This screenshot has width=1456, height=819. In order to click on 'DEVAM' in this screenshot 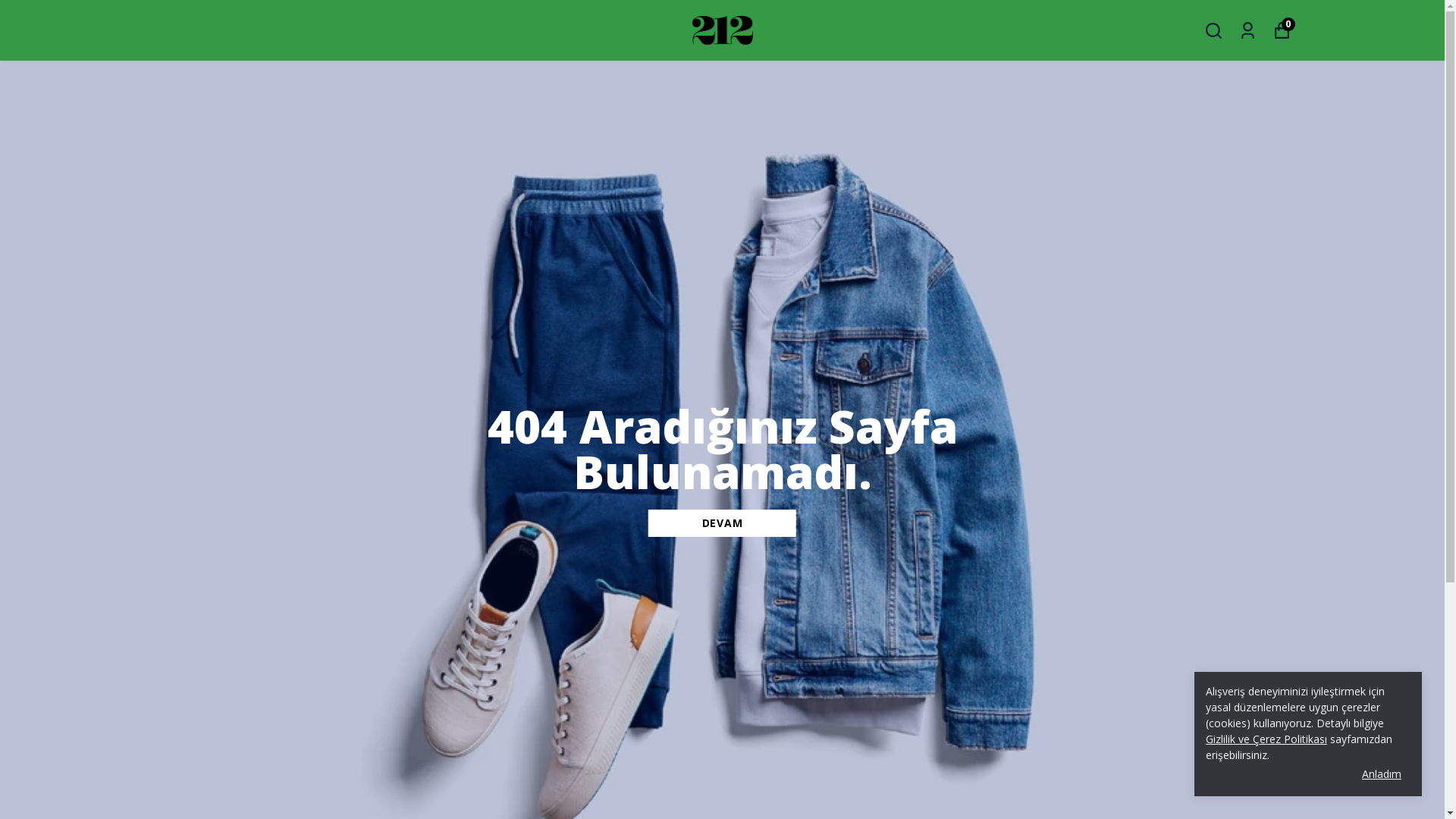, I will do `click(721, 522)`.